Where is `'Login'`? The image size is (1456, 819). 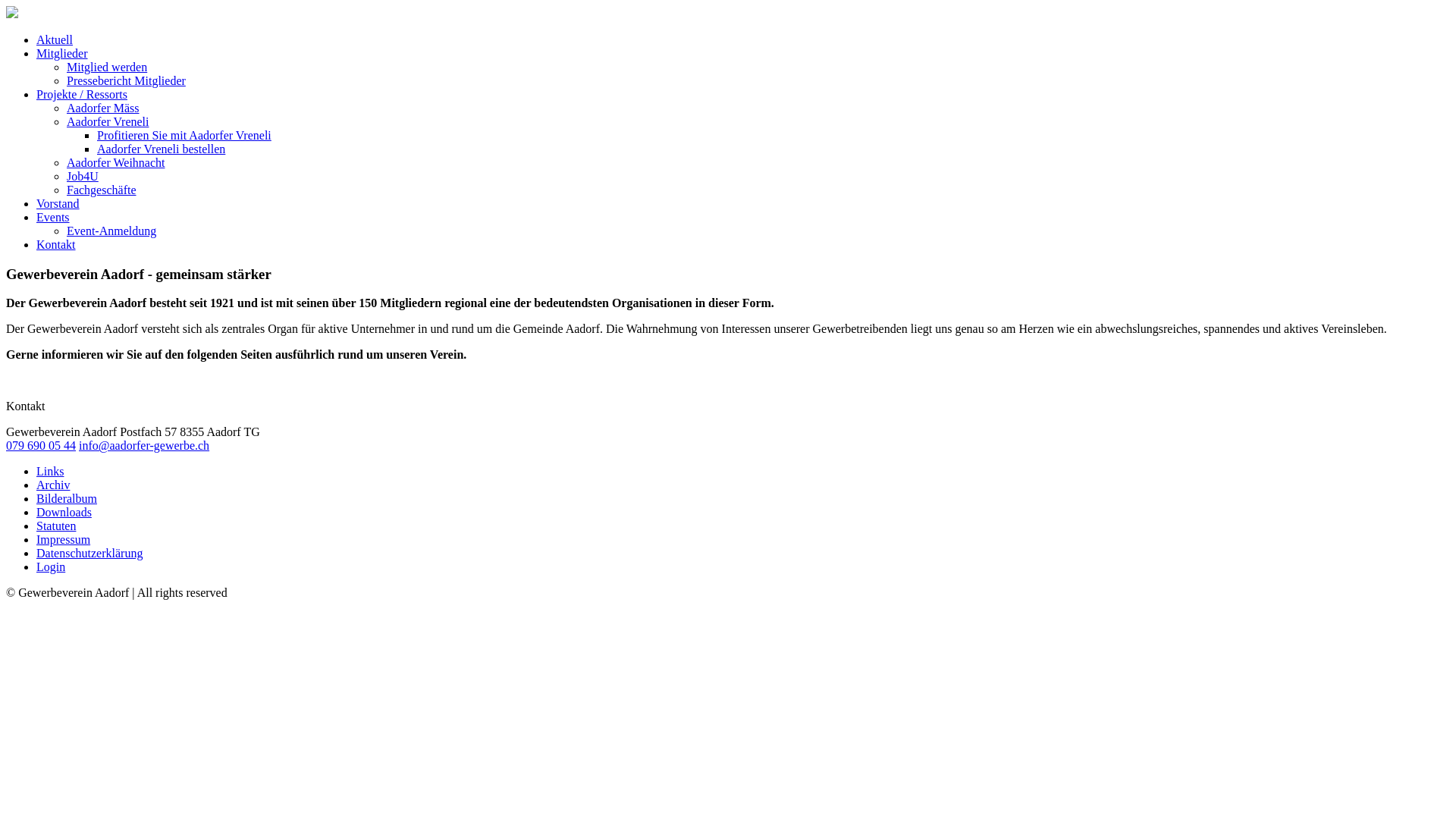 'Login' is located at coordinates (51, 566).